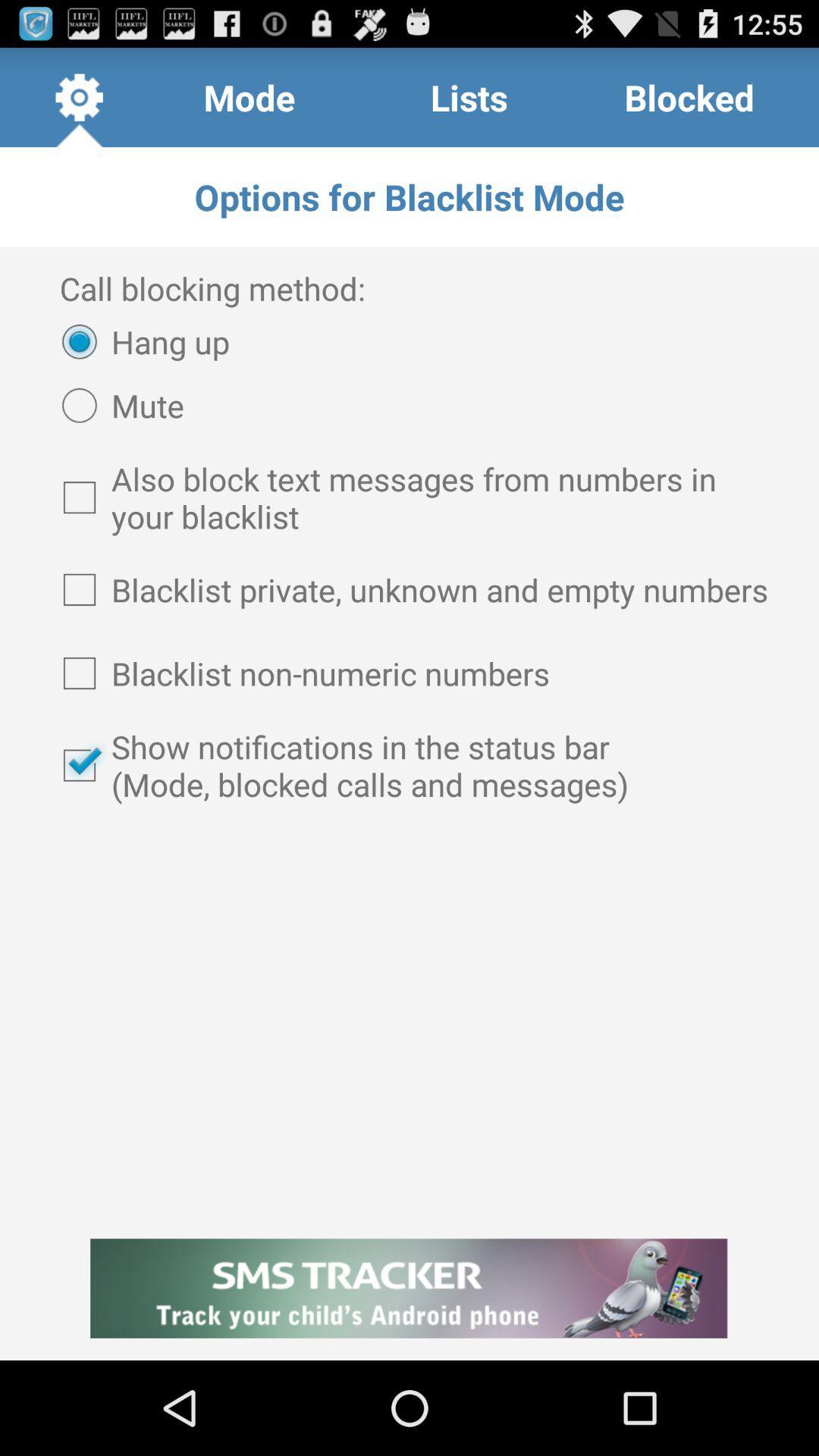 This screenshot has width=819, height=1456. I want to click on the item at the bottom, so click(409, 1288).